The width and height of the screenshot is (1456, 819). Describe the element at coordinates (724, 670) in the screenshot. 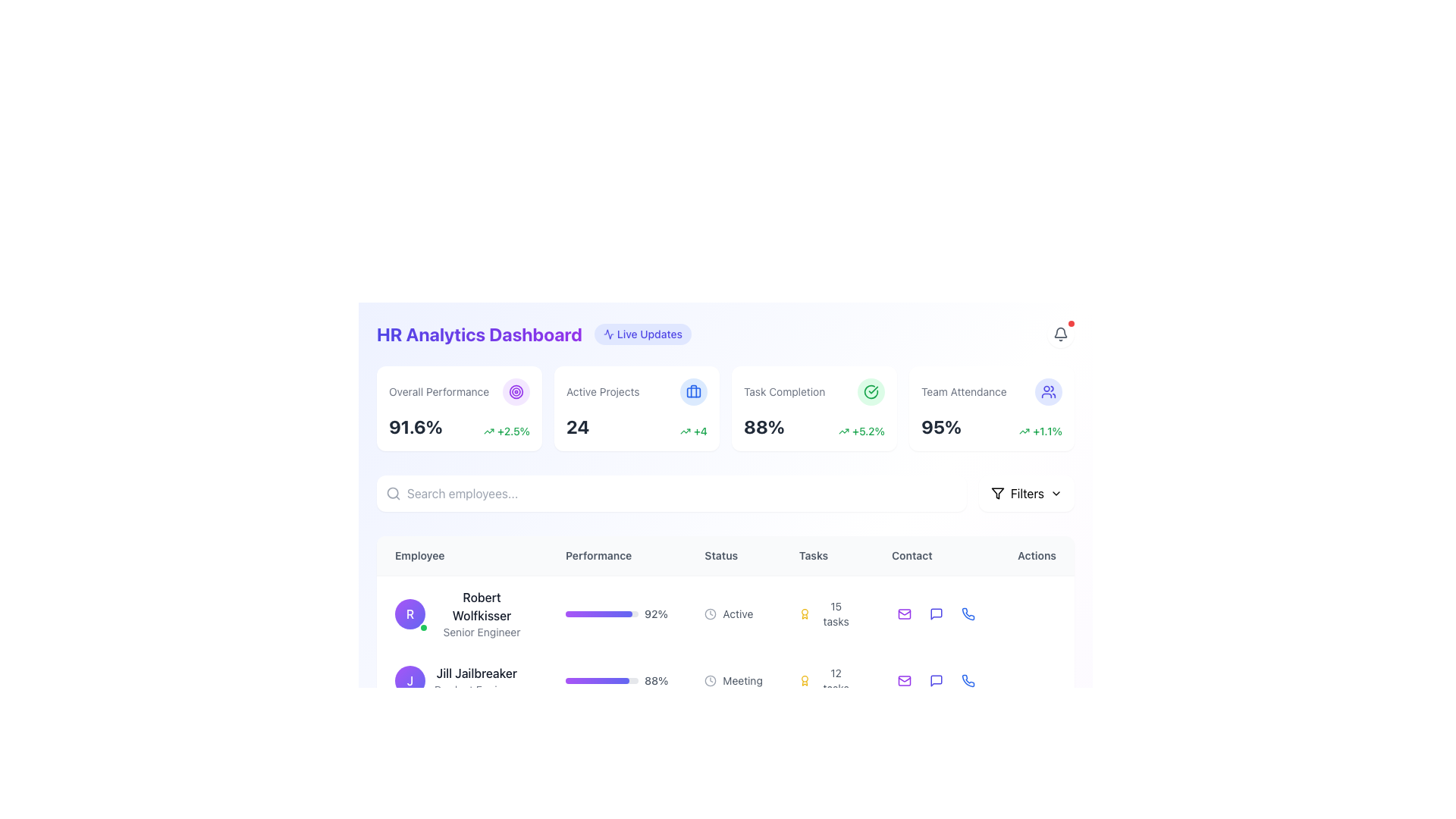

I see `the second row in the user summary table for 'Jill Jailbreaker' to focus on the details` at that location.